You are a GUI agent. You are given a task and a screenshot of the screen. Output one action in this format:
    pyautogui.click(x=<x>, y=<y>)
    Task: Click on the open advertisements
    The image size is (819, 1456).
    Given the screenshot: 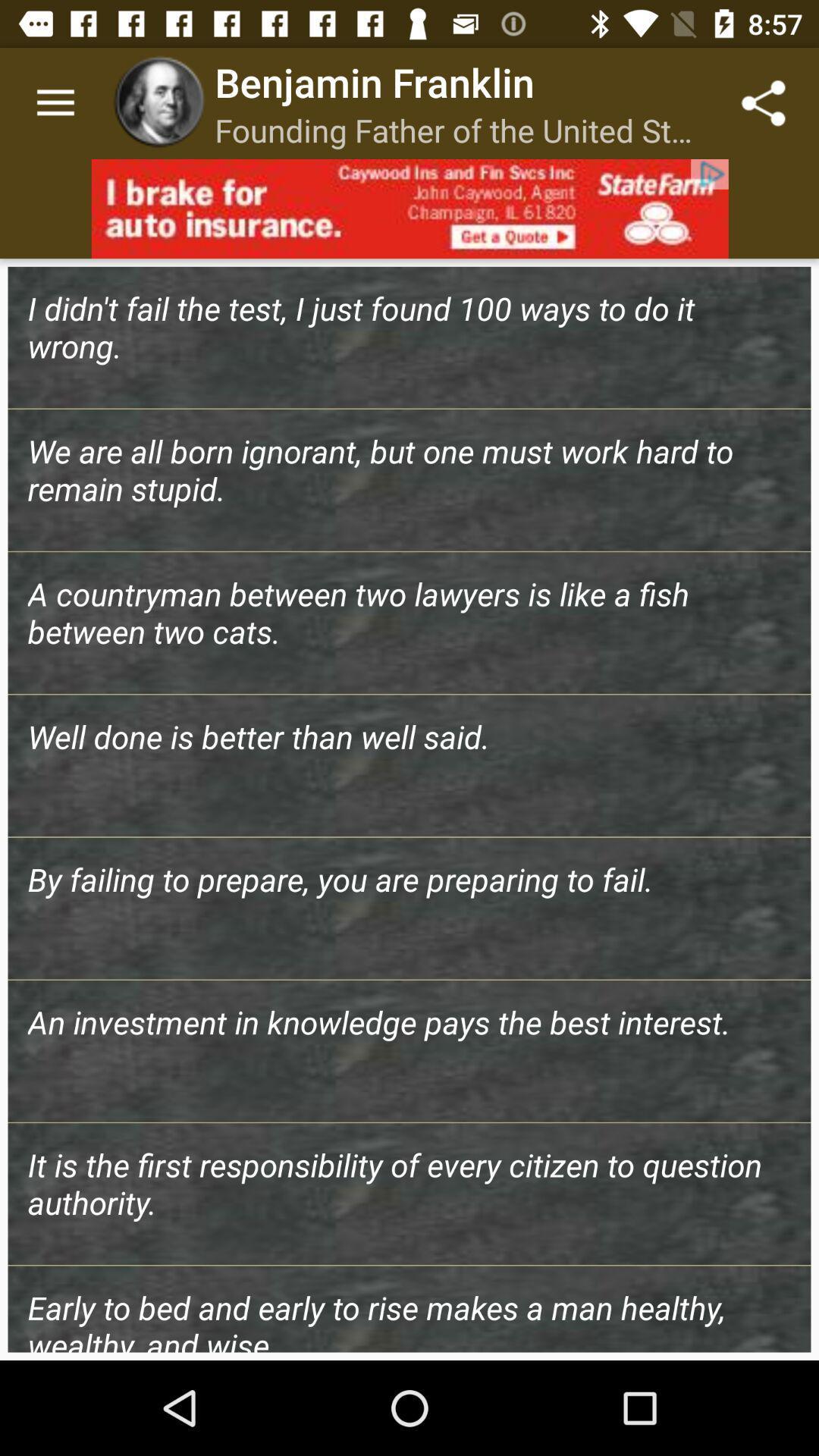 What is the action you would take?
    pyautogui.click(x=409, y=208)
    